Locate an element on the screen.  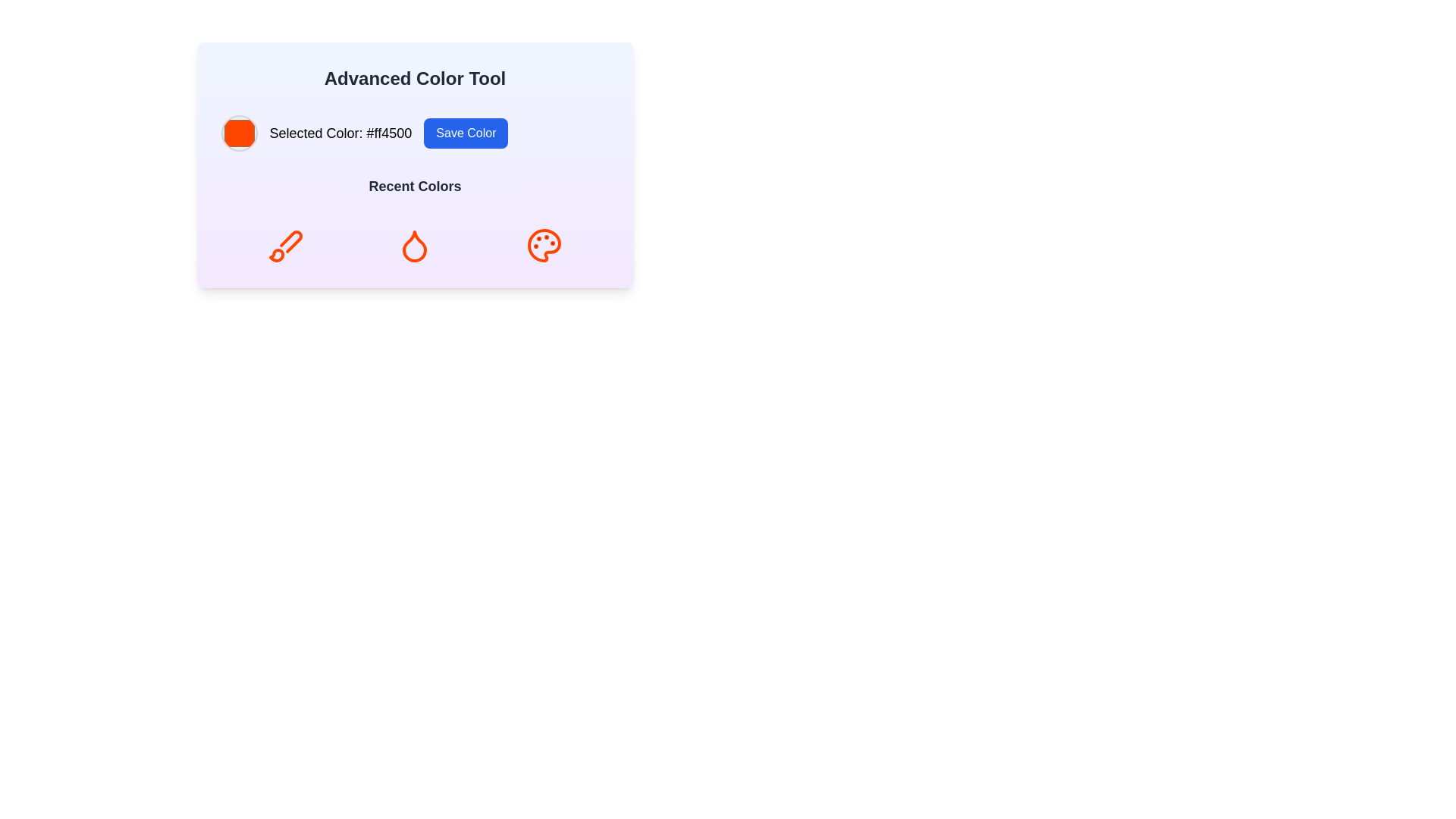
the decorative droplet-shaped icon with a bold orange outline, which is the second icon in the row of three icons labeled 'Recent Colors' at the bottom of the card is located at coordinates (415, 245).